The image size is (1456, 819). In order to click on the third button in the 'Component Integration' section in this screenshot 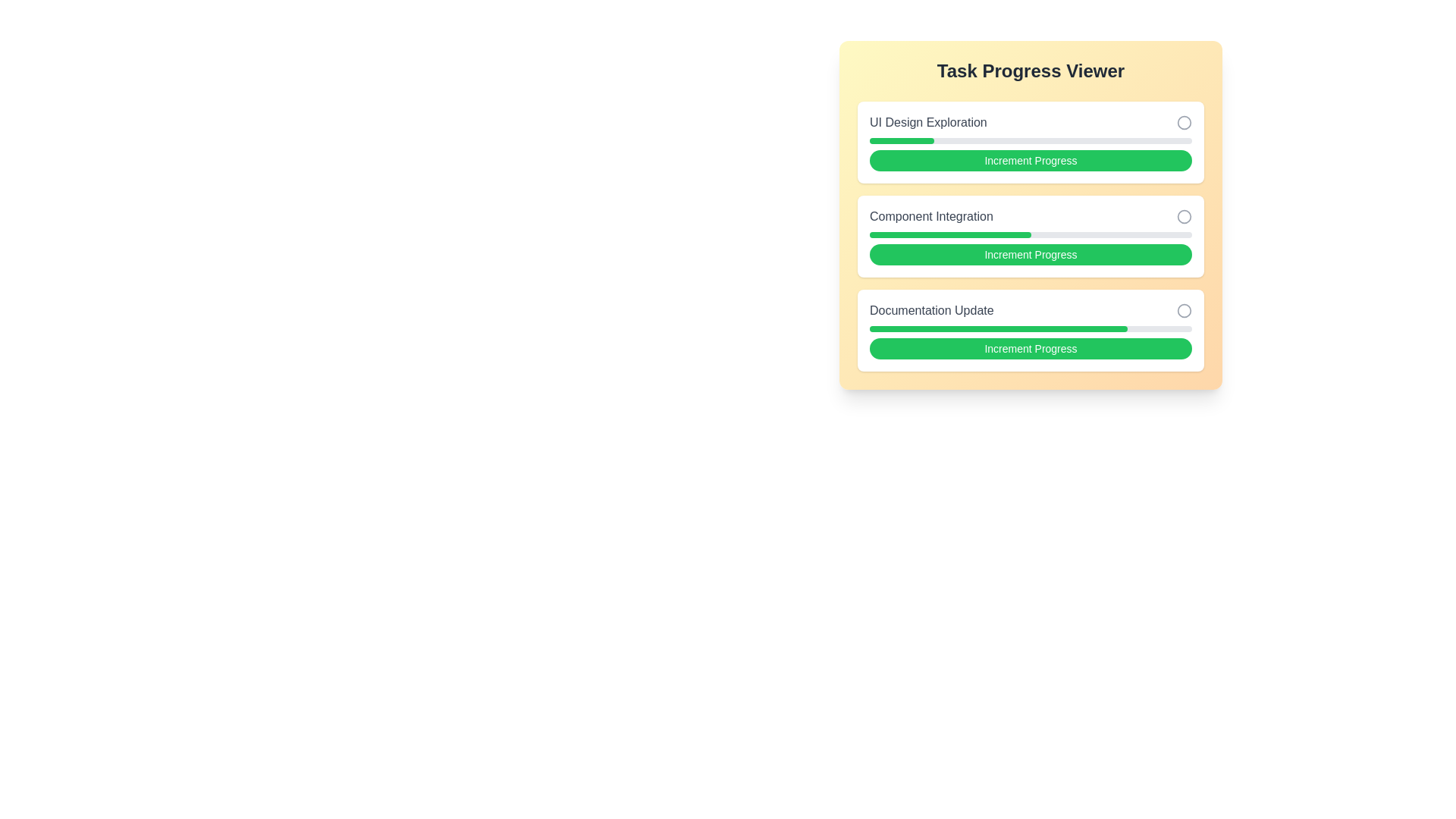, I will do `click(1031, 253)`.